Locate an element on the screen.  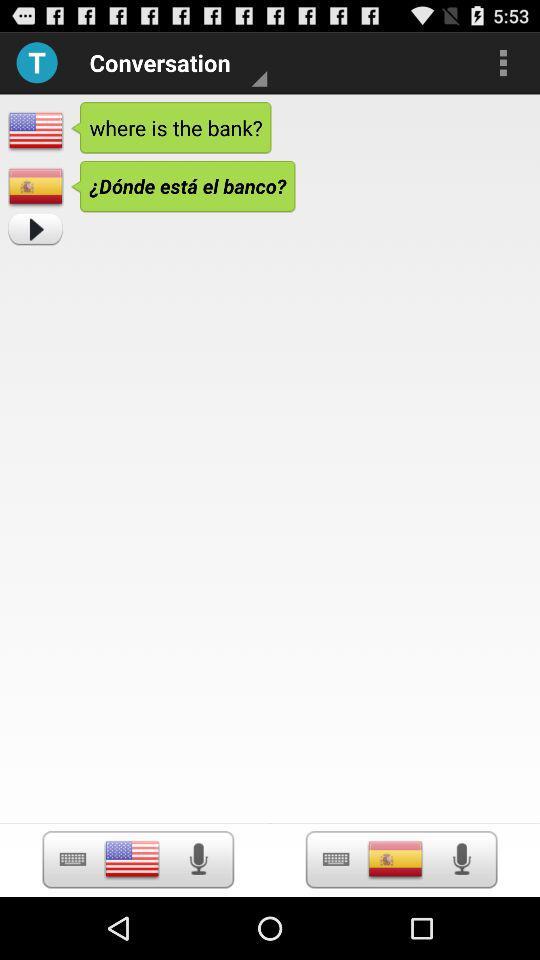
the microphone icon is located at coordinates (198, 920).